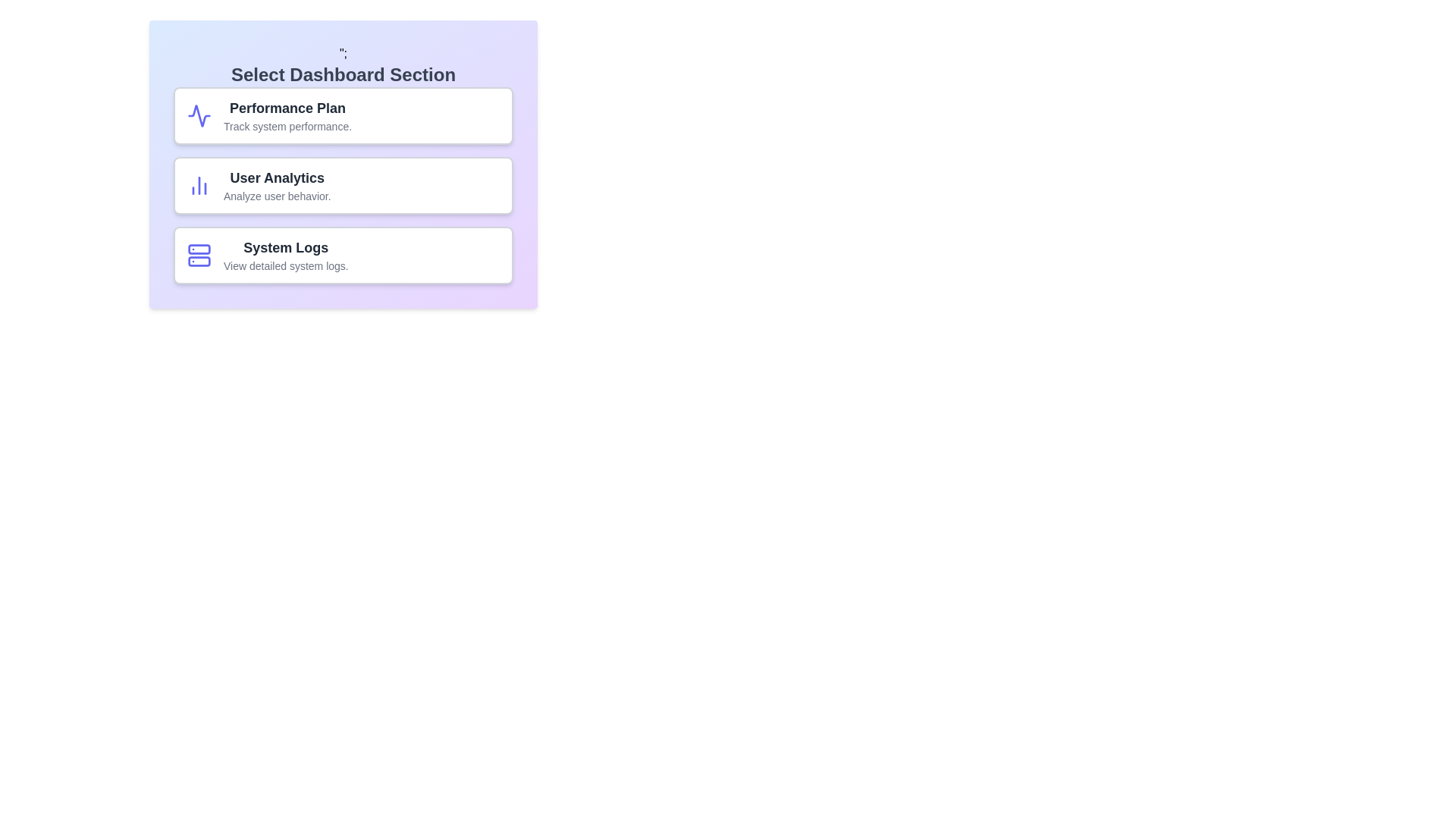  What do you see at coordinates (342, 254) in the screenshot?
I see `the chip labeled 'System Logs'` at bounding box center [342, 254].